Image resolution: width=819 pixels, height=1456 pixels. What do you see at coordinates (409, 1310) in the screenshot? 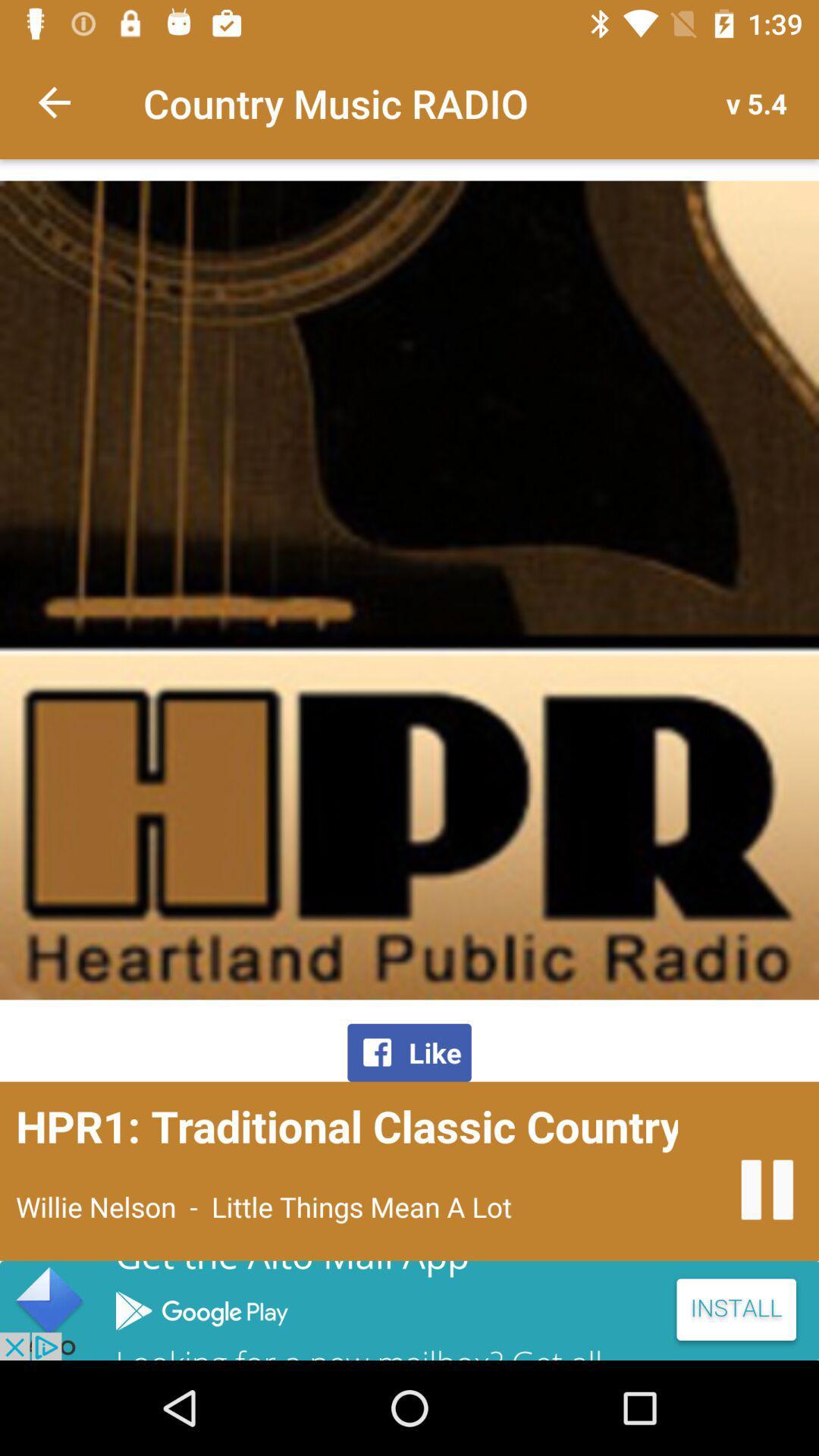
I see `advertisement` at bounding box center [409, 1310].